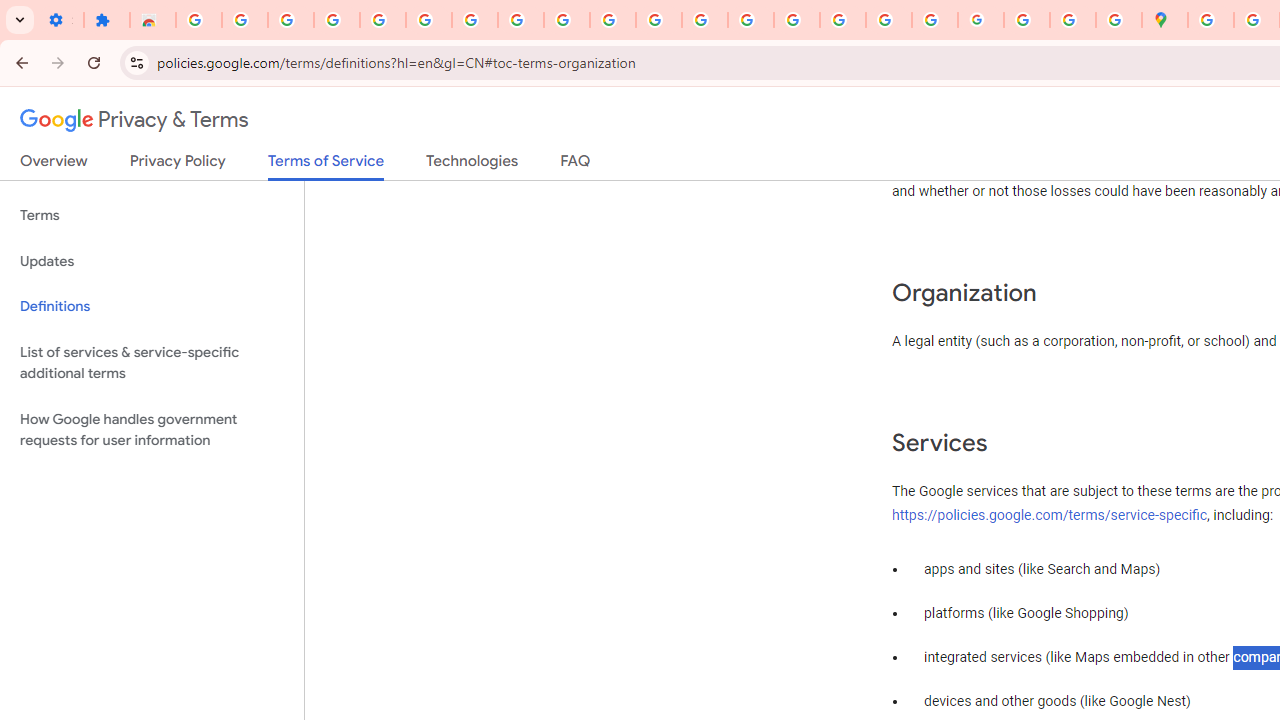 The height and width of the screenshot is (720, 1280). Describe the element at coordinates (134, 120) in the screenshot. I see `'Privacy & Terms'` at that location.